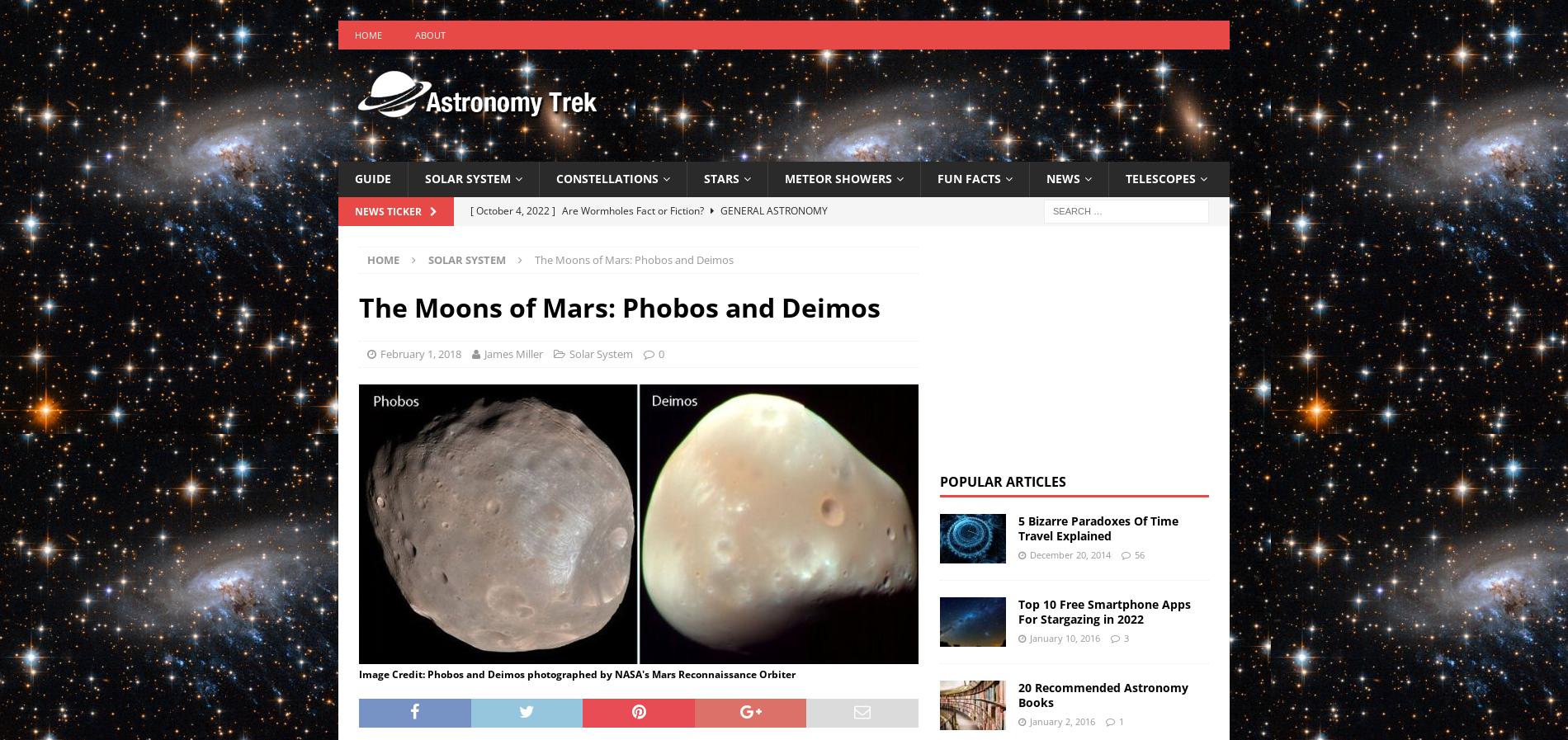 Image resolution: width=1568 pixels, height=740 pixels. Describe the element at coordinates (633, 209) in the screenshot. I see `'Are Wormholes Fact or Fiction?'` at that location.